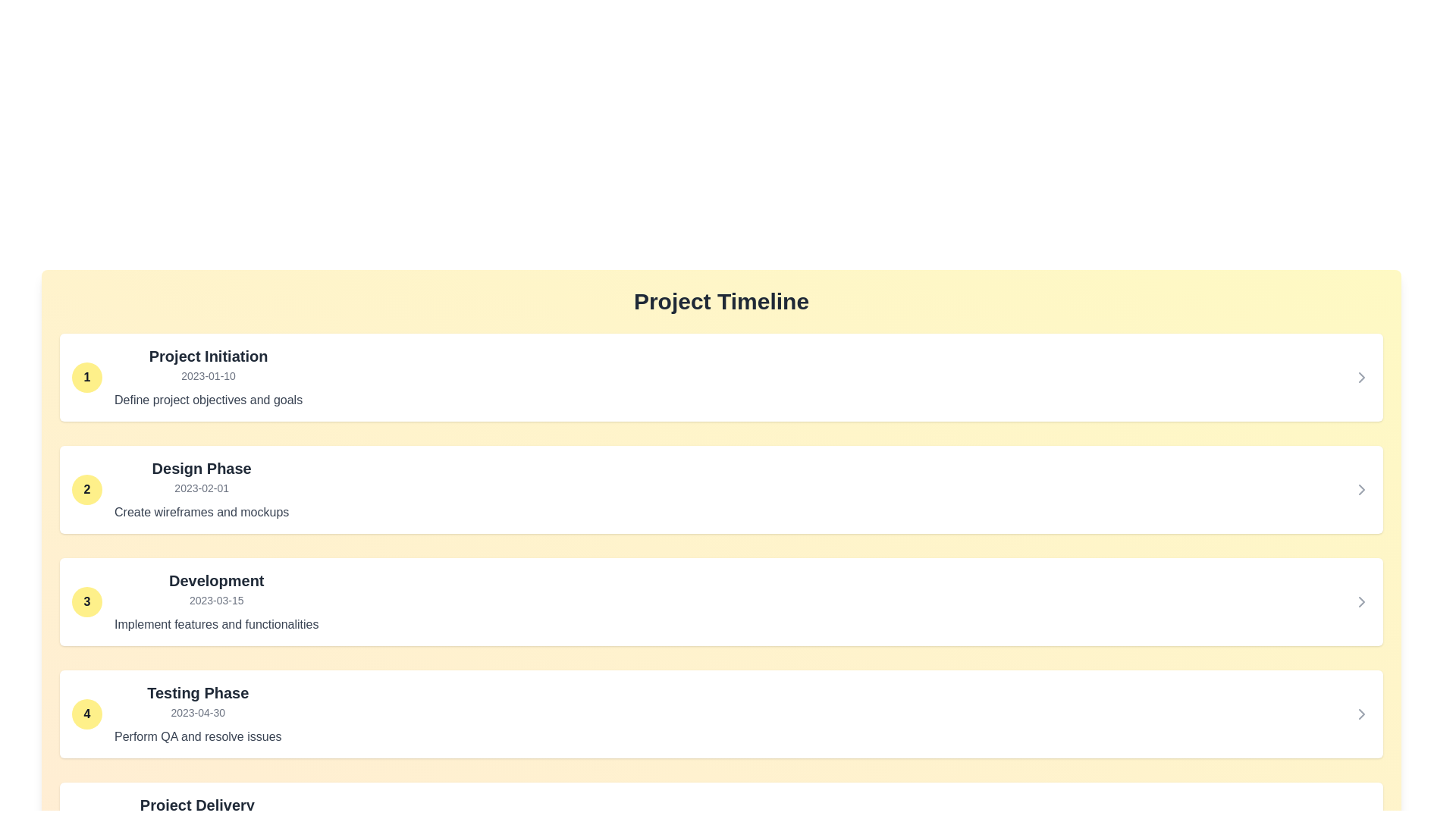 The height and width of the screenshot is (819, 1456). What do you see at coordinates (197, 693) in the screenshot?
I see `the Textual Label that serves as a descriptive heading for the 'Testing Phase' section in the vertical timeline layout` at bounding box center [197, 693].